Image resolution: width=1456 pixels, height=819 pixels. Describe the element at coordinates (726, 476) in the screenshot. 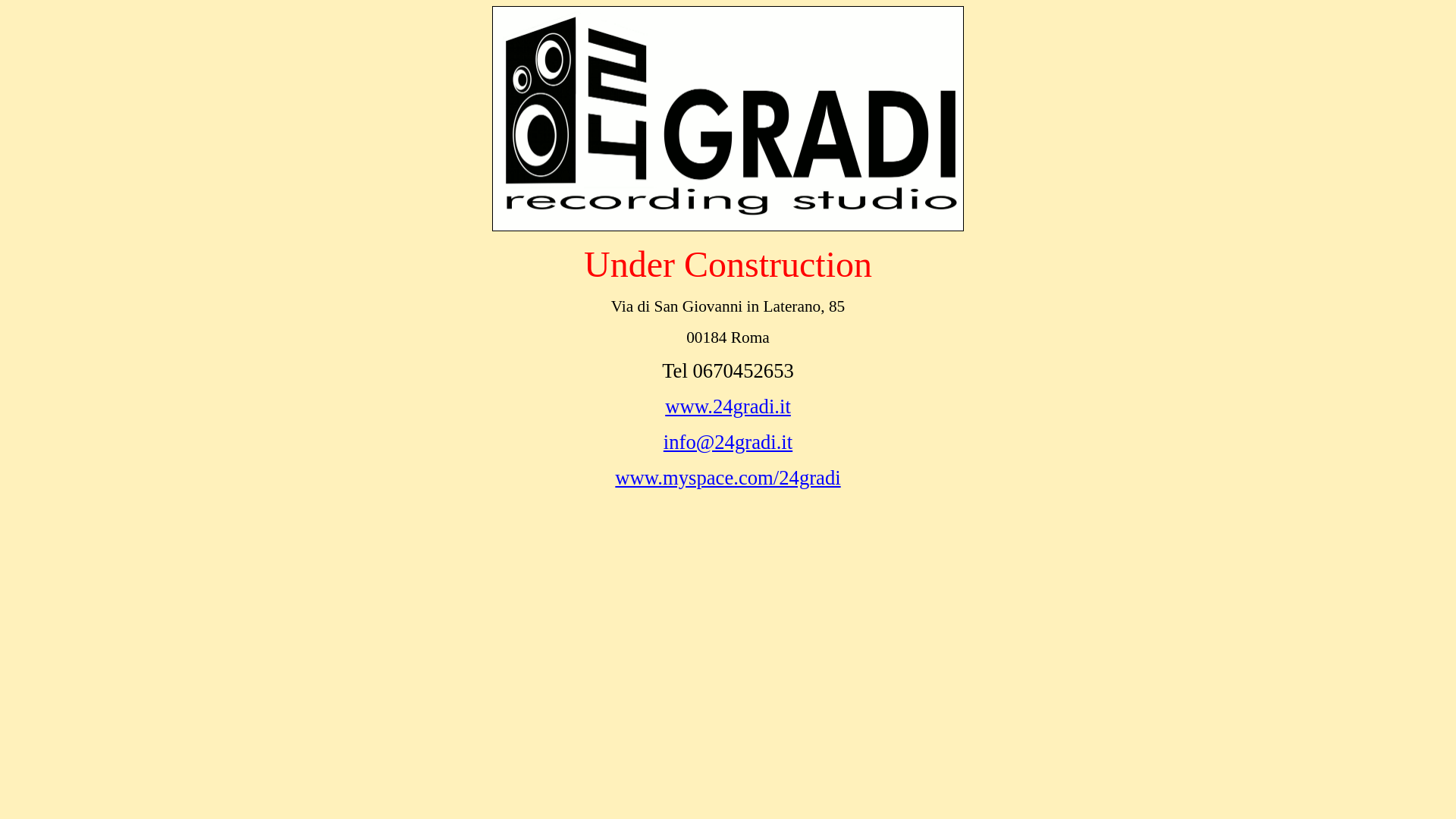

I see `'www.myspace.com/24gradi'` at that location.